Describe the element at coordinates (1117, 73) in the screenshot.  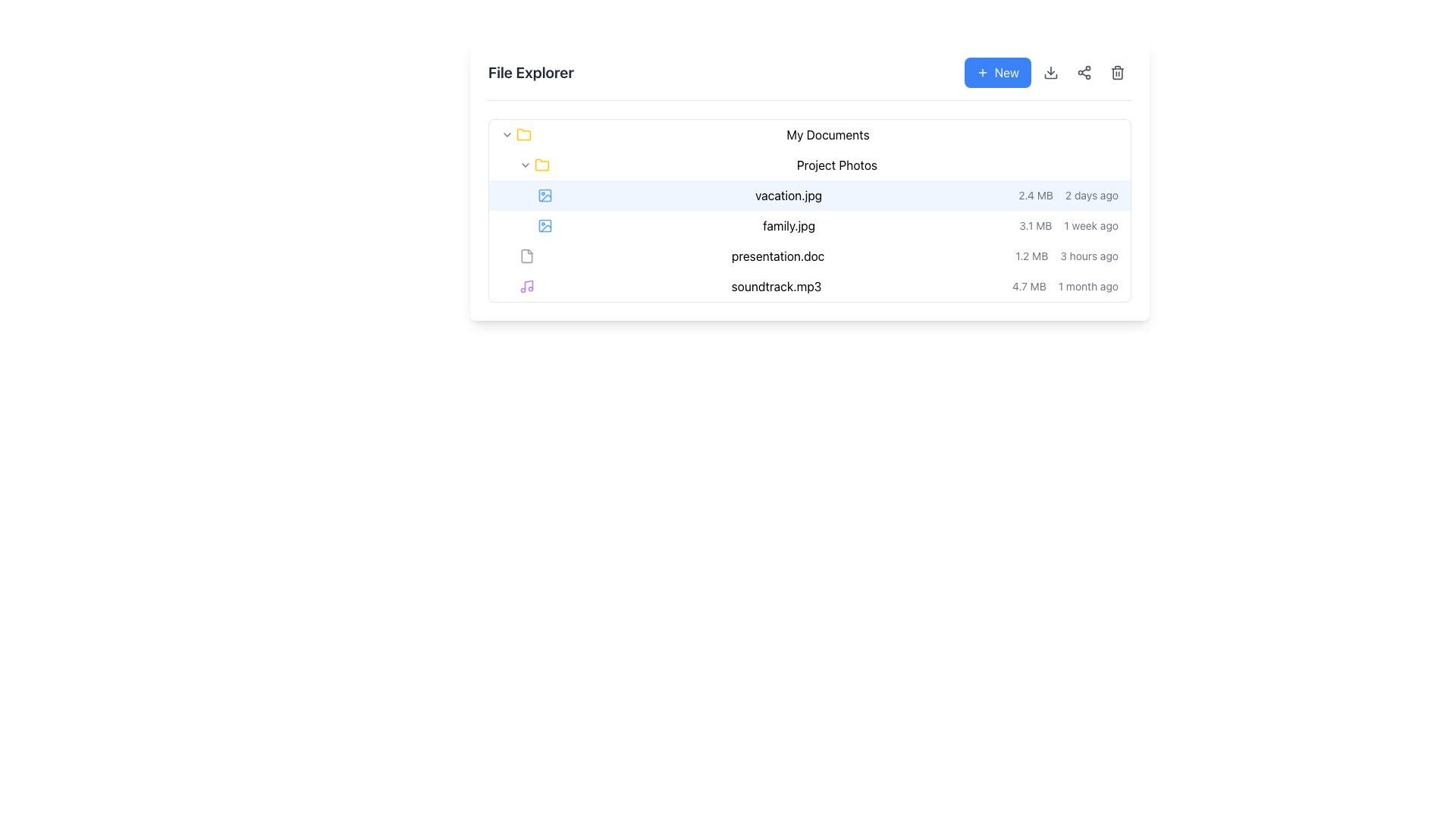
I see `the trash can icon button located in the top-right corner of the 'File Explorer' section` at that location.